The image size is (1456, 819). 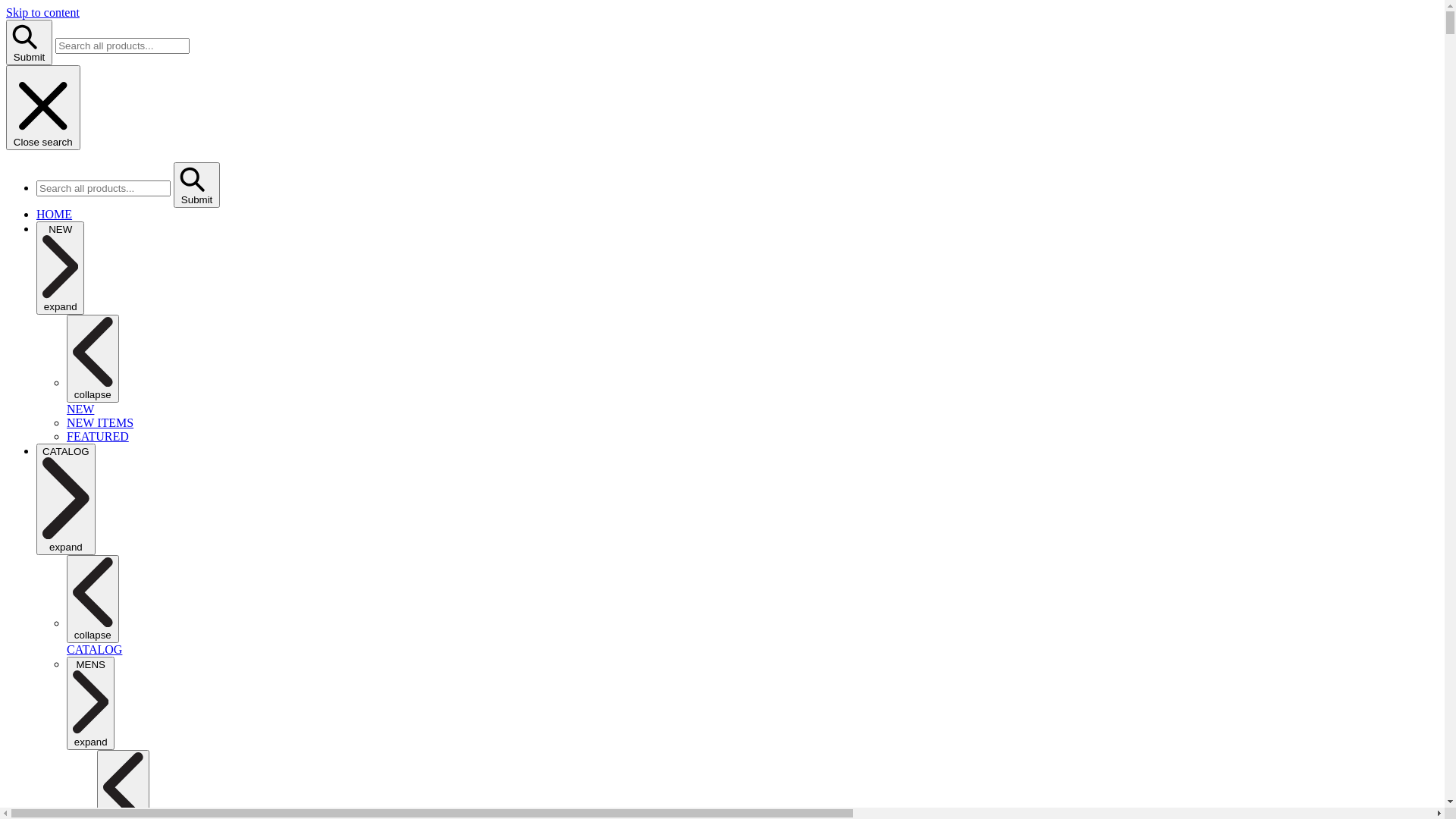 What do you see at coordinates (97, 436) in the screenshot?
I see `'FEATURED'` at bounding box center [97, 436].